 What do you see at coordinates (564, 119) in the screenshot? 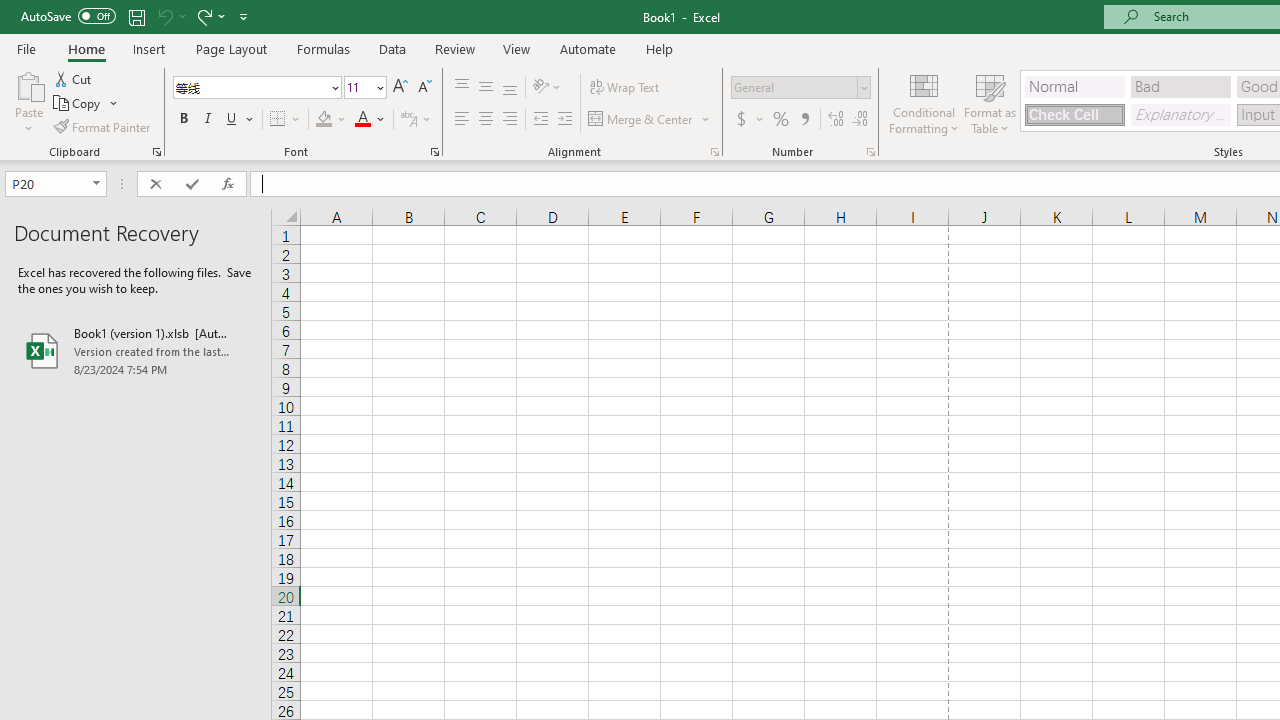
I see `'Increase Indent'` at bounding box center [564, 119].